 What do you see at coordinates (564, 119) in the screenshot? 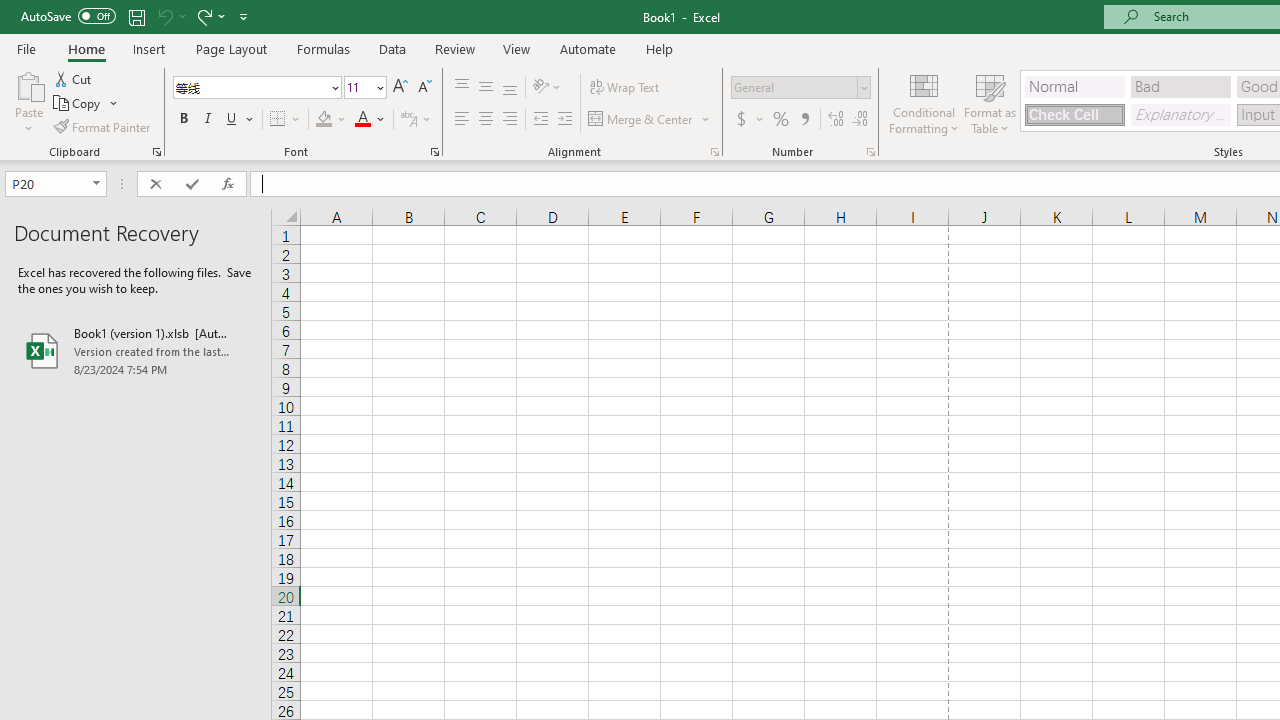
I see `'Increase Indent'` at bounding box center [564, 119].